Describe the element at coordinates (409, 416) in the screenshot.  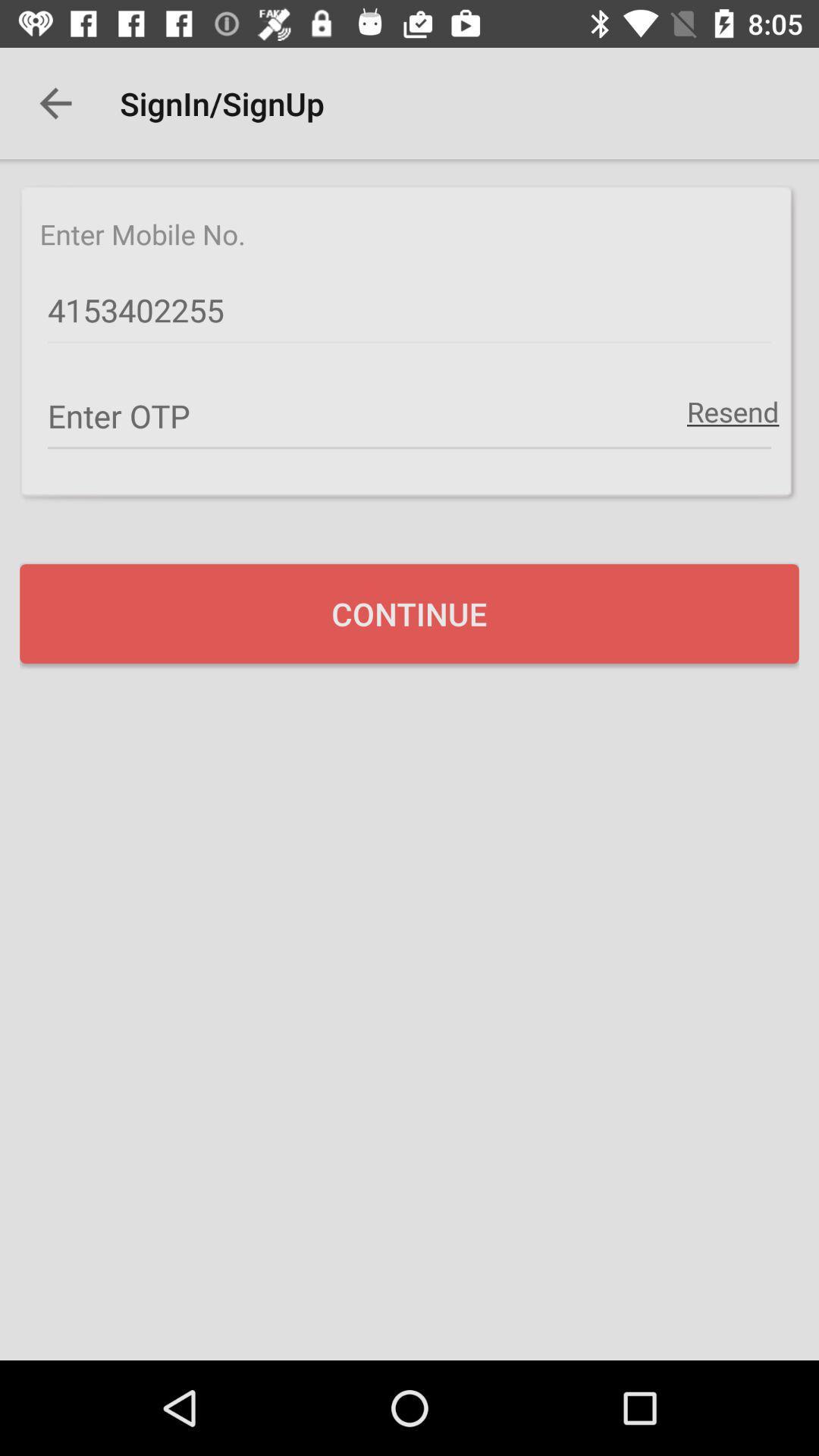
I see `the icon above continue icon` at that location.